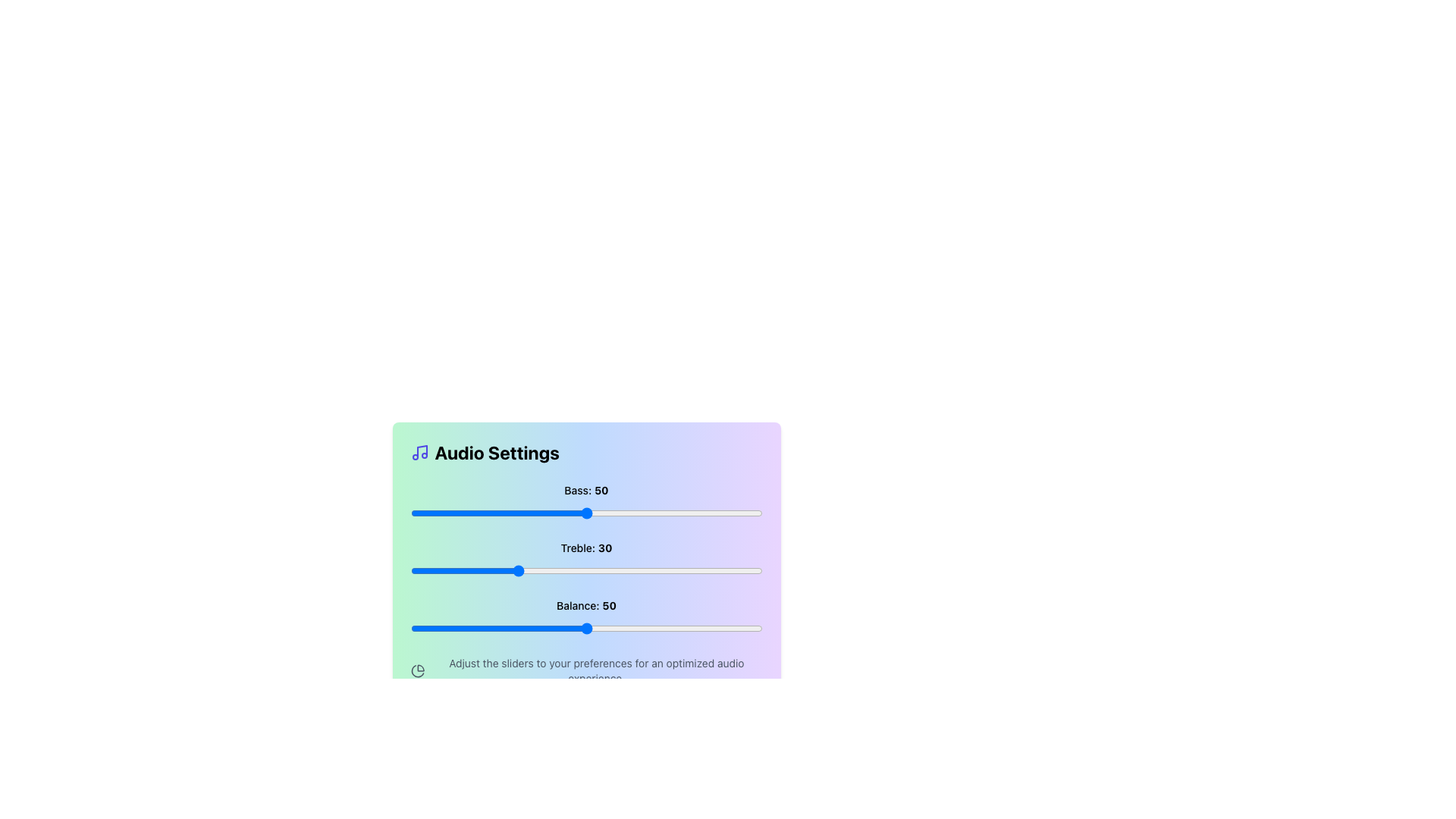  What do you see at coordinates (708, 513) in the screenshot?
I see `the bass level` at bounding box center [708, 513].